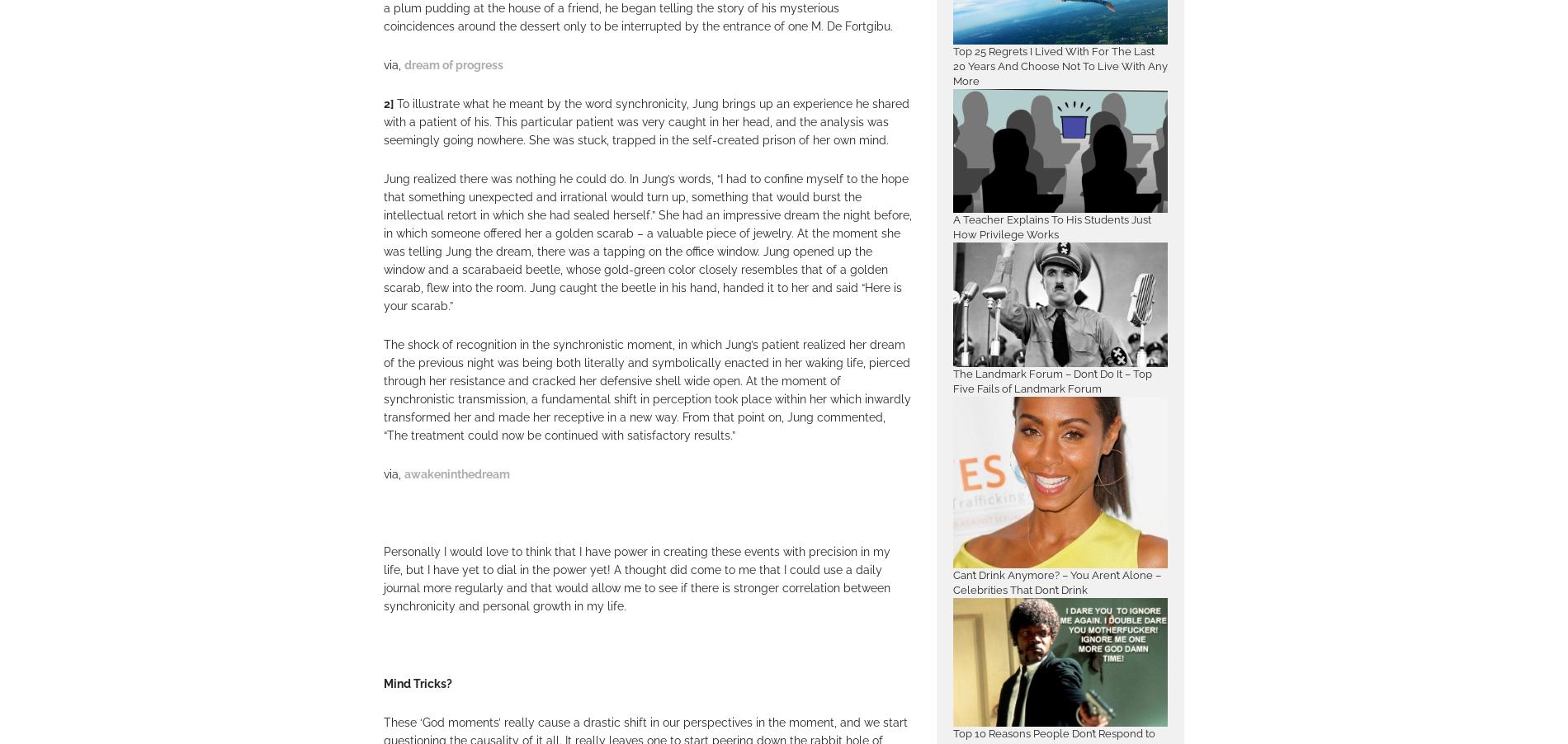 This screenshot has width=1568, height=744. What do you see at coordinates (1056, 582) in the screenshot?
I see `'Can’t Drink Anymore? – You Aren’t Alone – Celebrities That Don’t Drink'` at bounding box center [1056, 582].